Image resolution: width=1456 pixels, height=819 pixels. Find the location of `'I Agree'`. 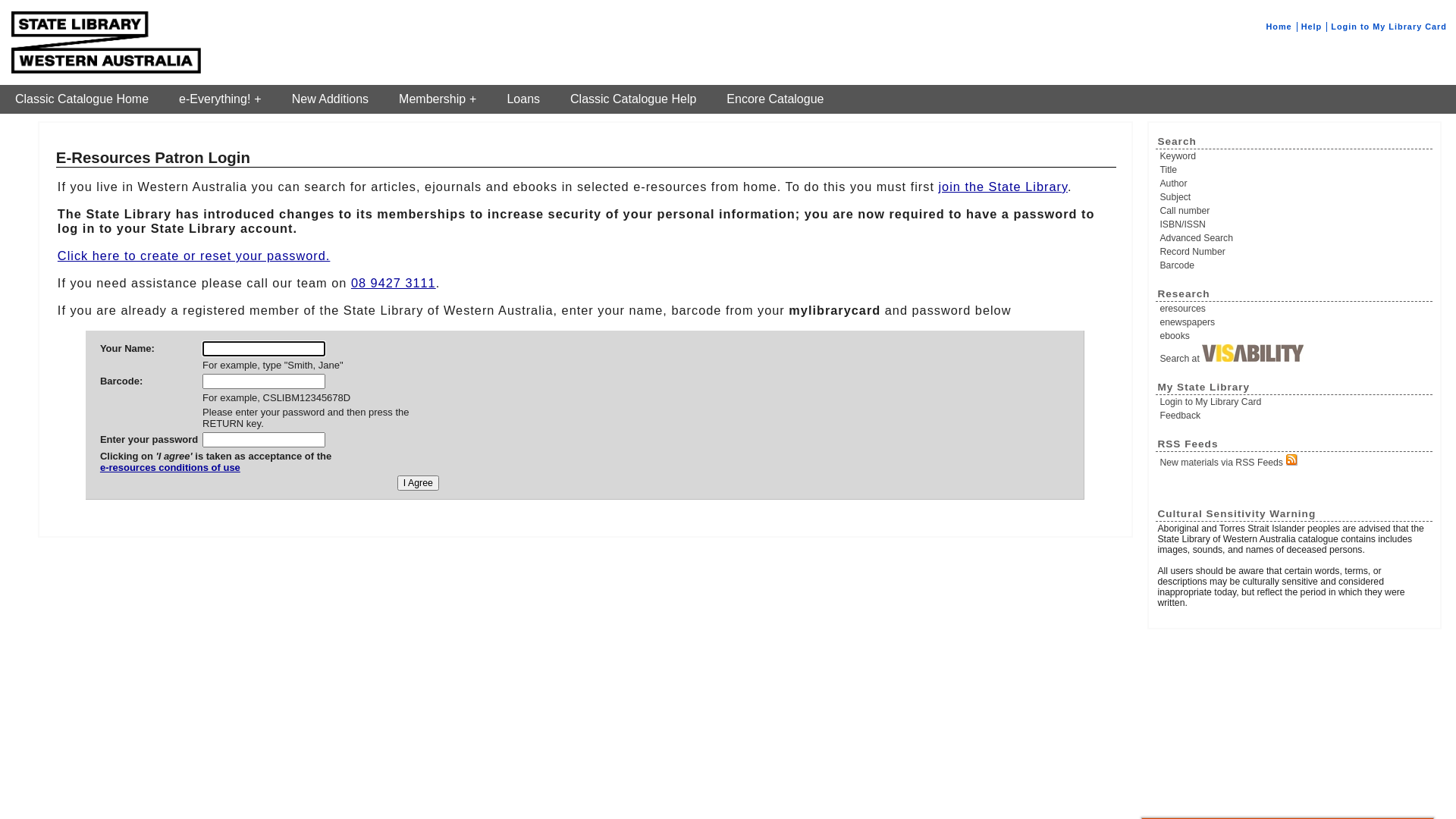

'I Agree' is located at coordinates (418, 482).